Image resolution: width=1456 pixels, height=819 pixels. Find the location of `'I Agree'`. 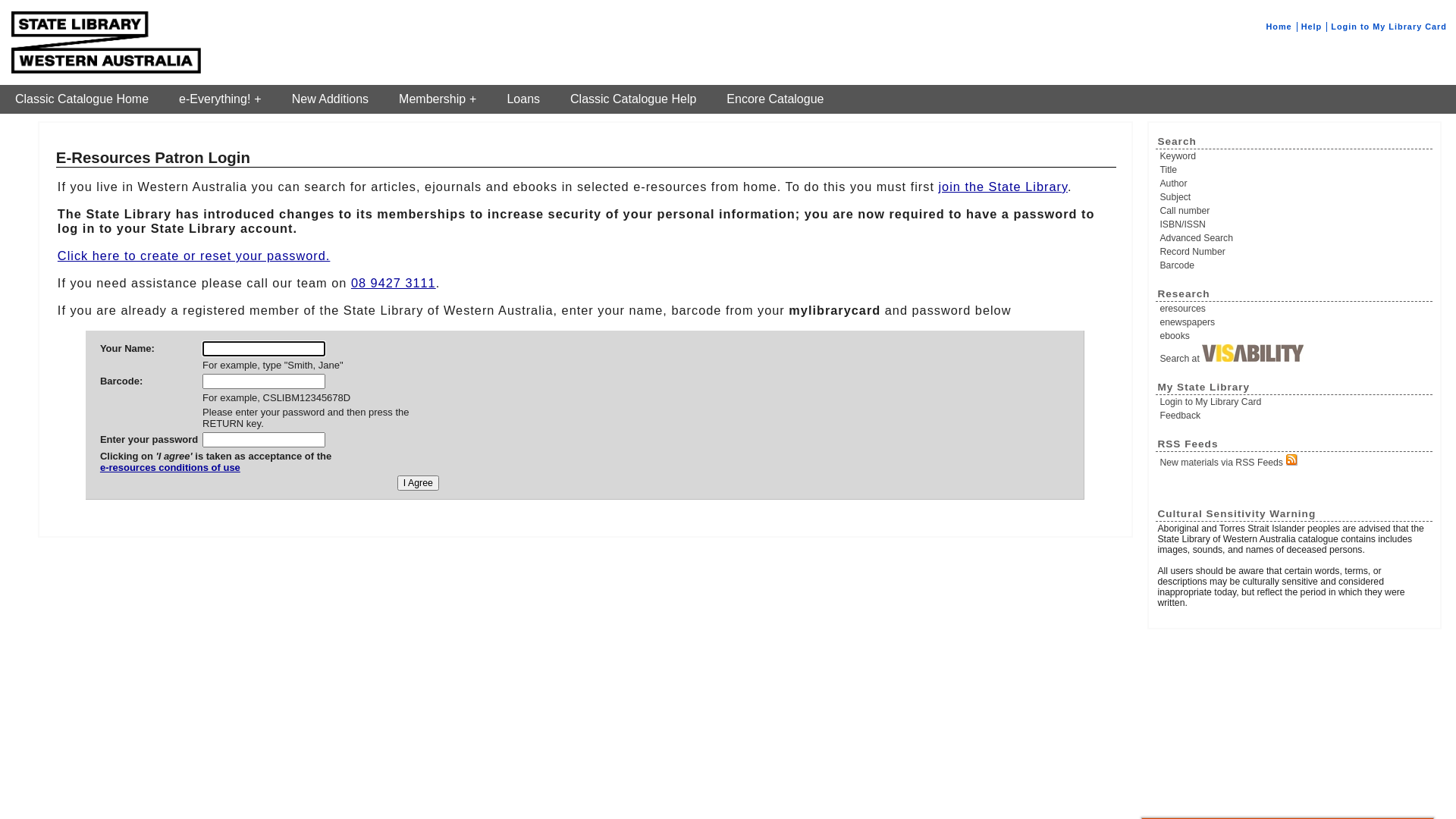

'I Agree' is located at coordinates (418, 482).